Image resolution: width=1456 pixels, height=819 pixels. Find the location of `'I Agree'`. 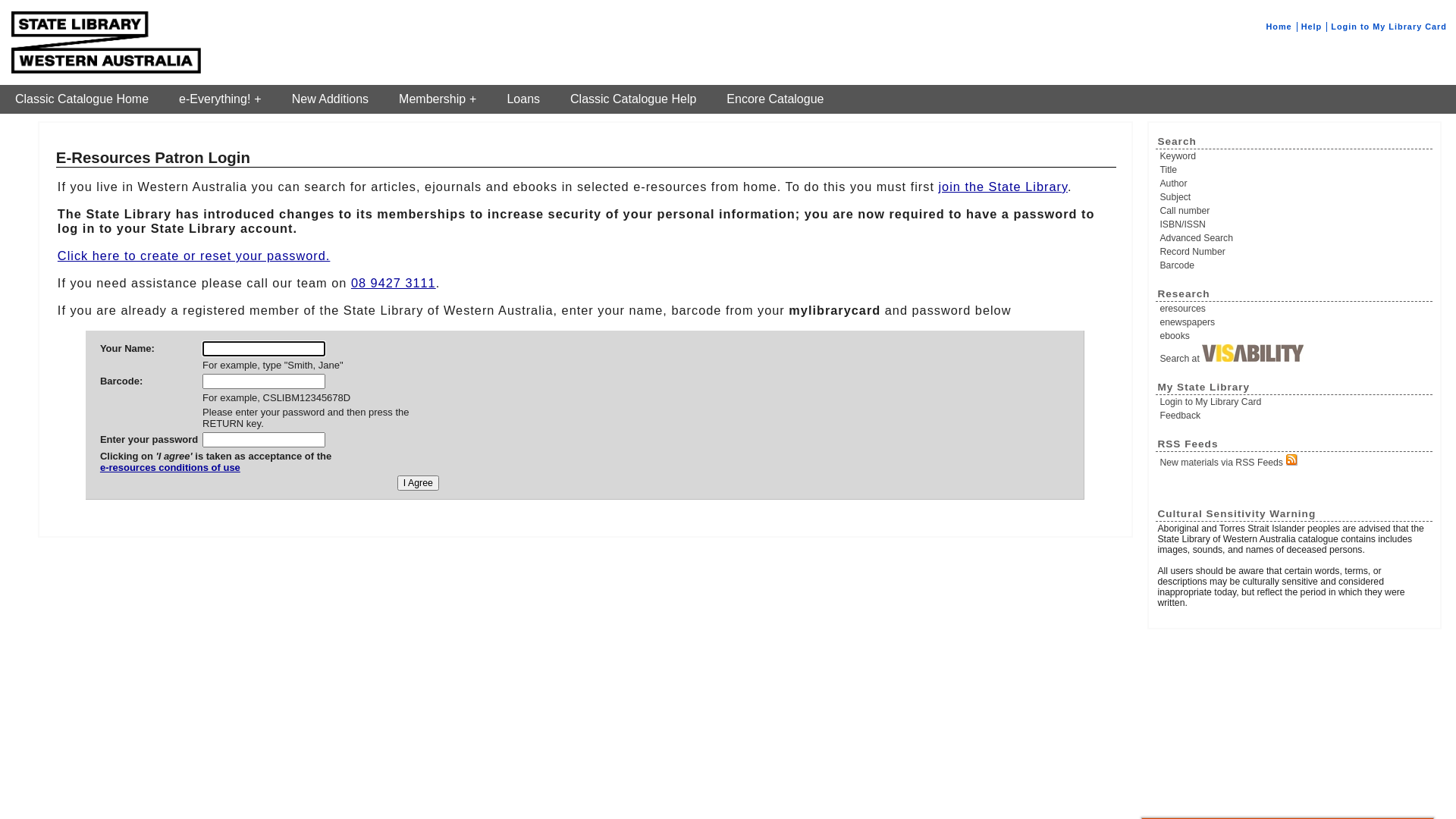

'I Agree' is located at coordinates (418, 482).